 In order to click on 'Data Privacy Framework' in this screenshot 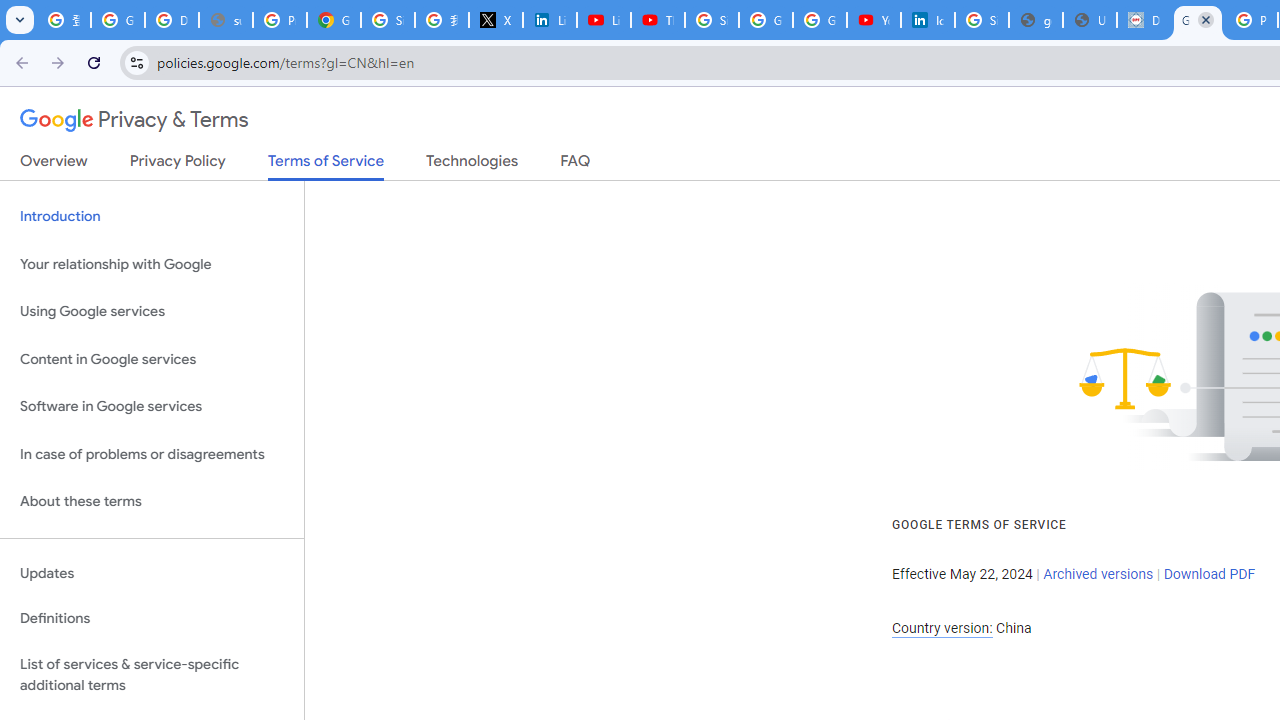, I will do `click(1144, 20)`.